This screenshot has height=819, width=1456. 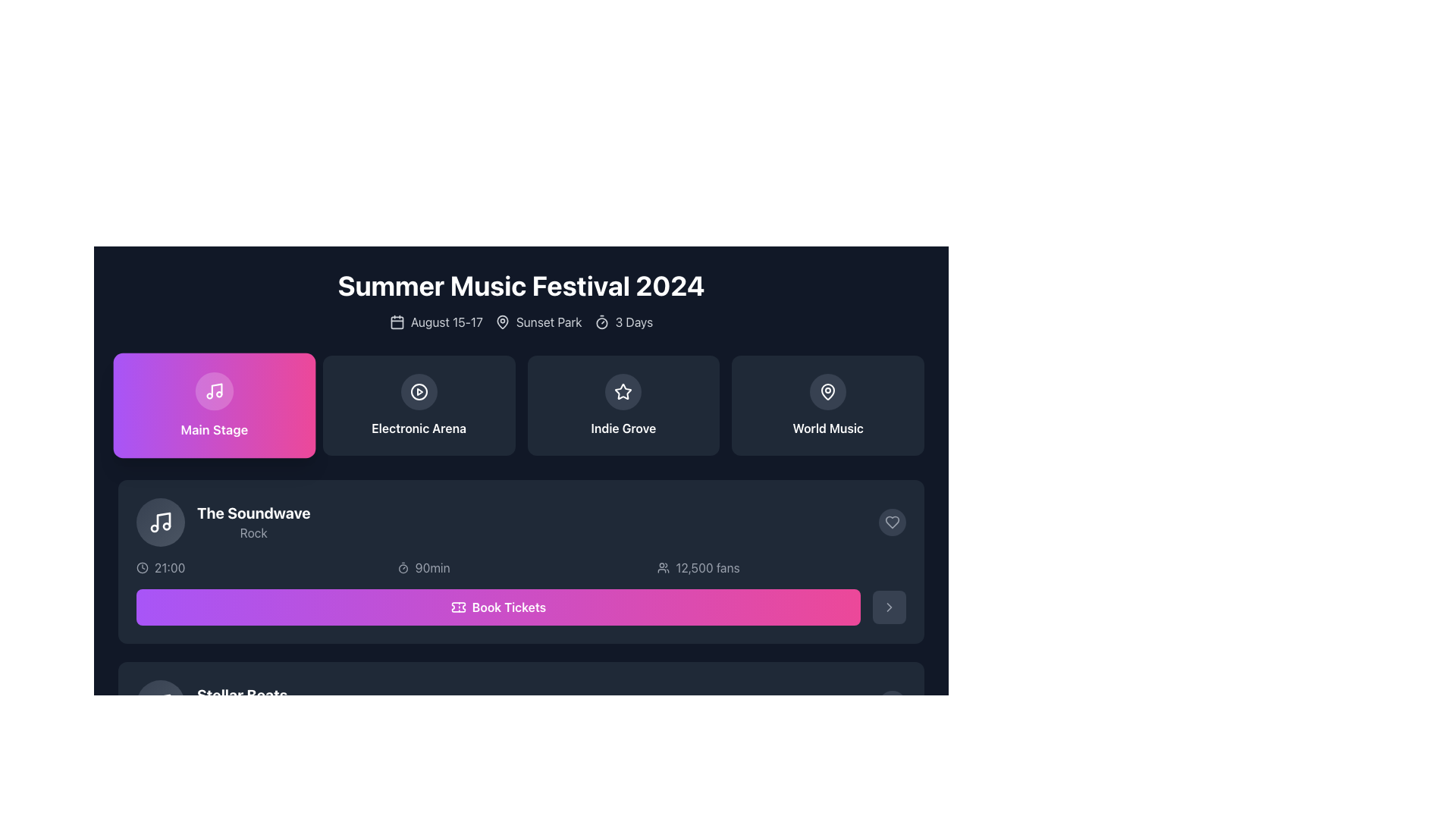 What do you see at coordinates (431, 567) in the screenshot?
I see `duration of the event displayed in the text label located in the lower central section of 'The Soundwave' music event entry, to the right of the clock icon` at bounding box center [431, 567].